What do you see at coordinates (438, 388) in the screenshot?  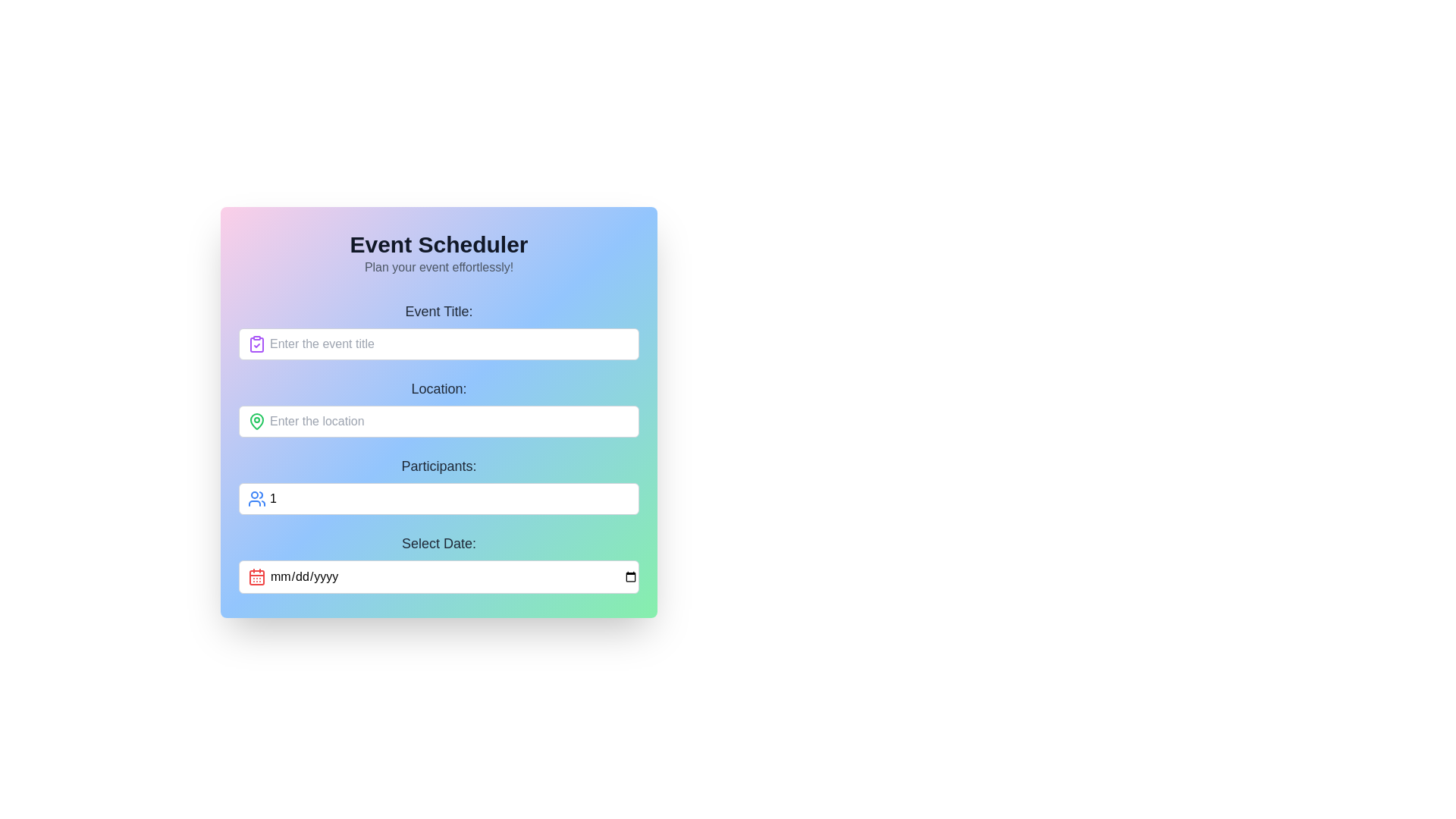 I see `the text label displaying 'Location:' which is centered above an input field and styled in bold dark gray` at bounding box center [438, 388].